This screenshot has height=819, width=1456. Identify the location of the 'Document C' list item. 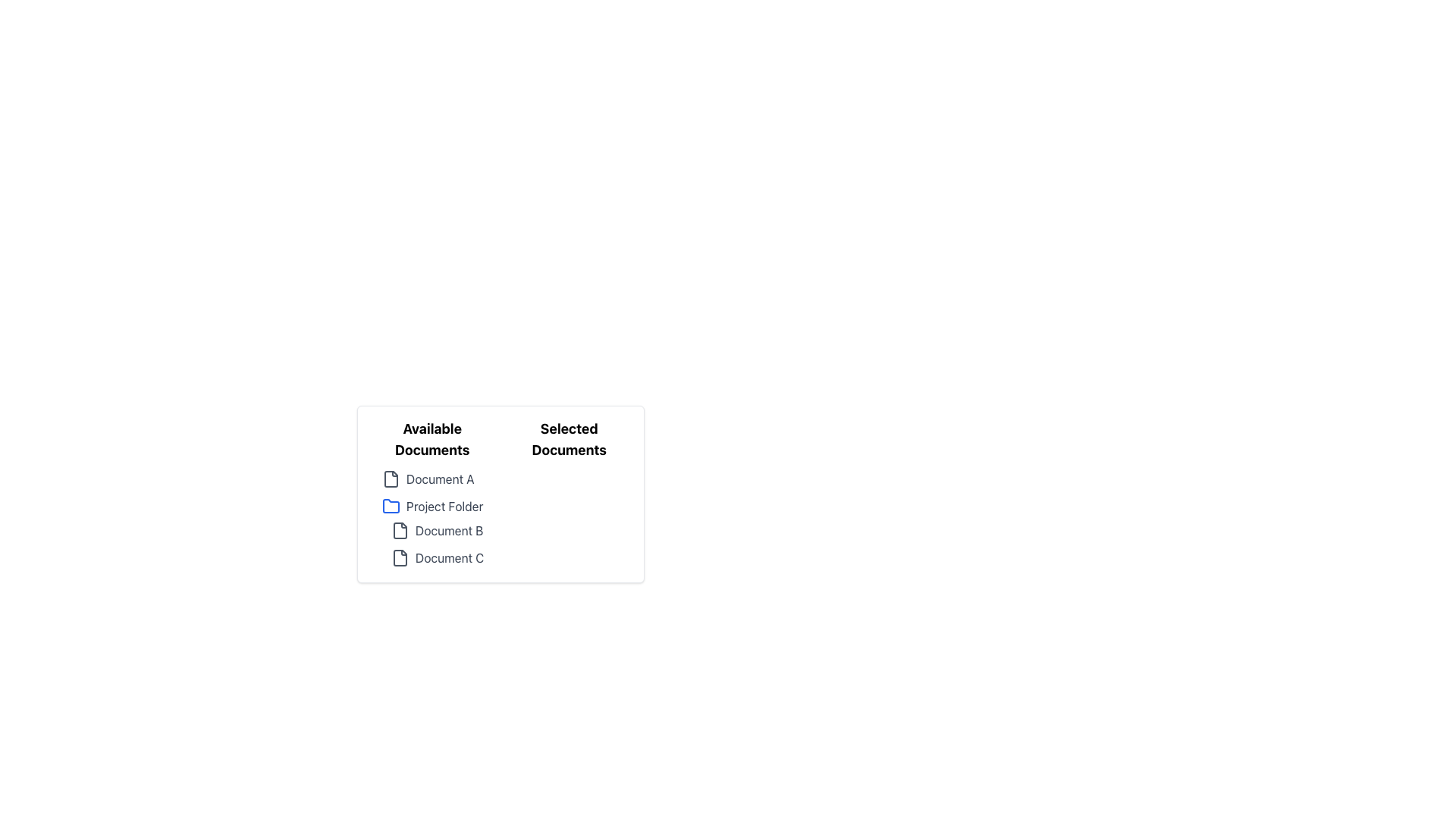
(436, 558).